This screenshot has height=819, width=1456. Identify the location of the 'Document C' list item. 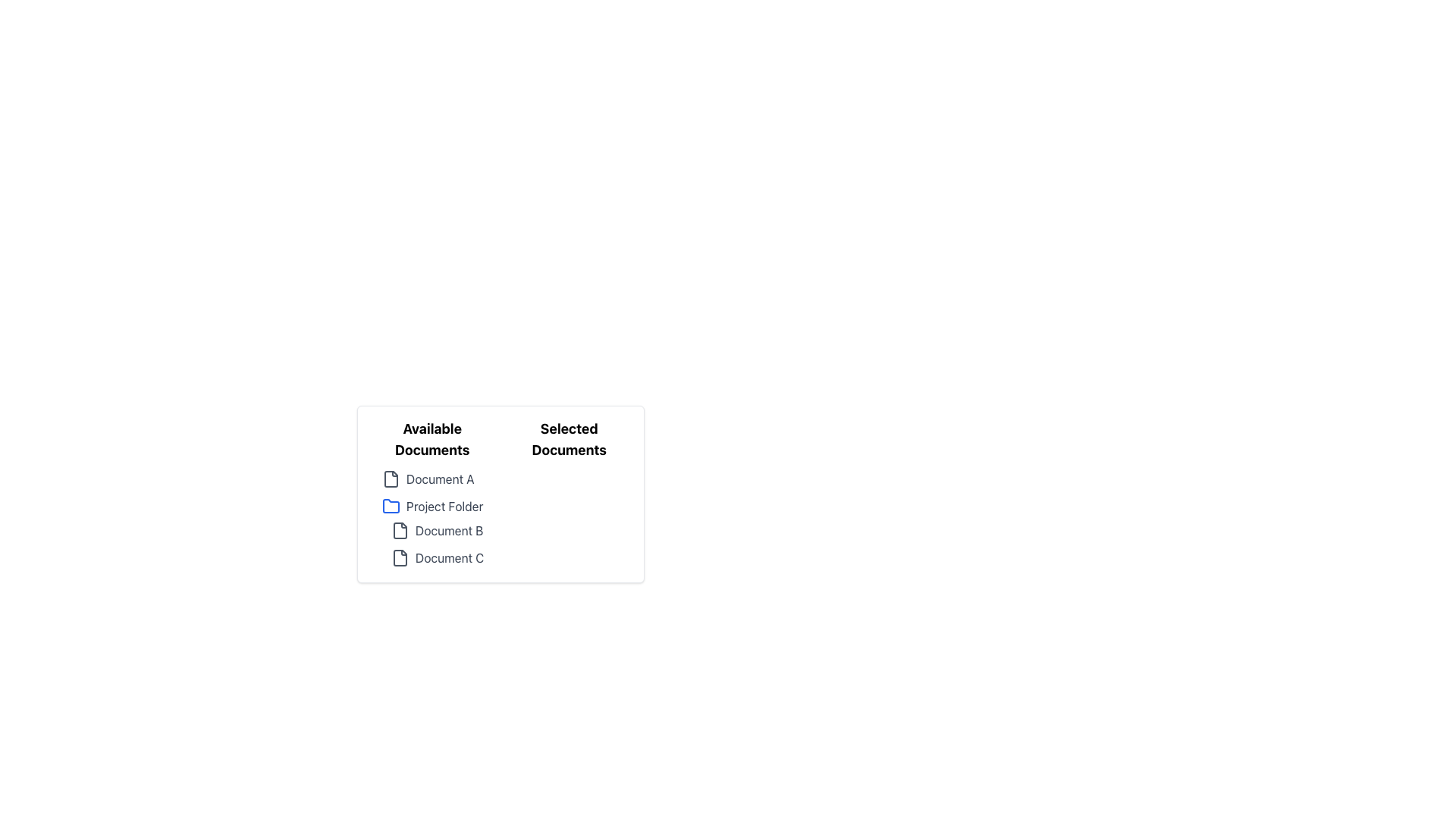
(436, 558).